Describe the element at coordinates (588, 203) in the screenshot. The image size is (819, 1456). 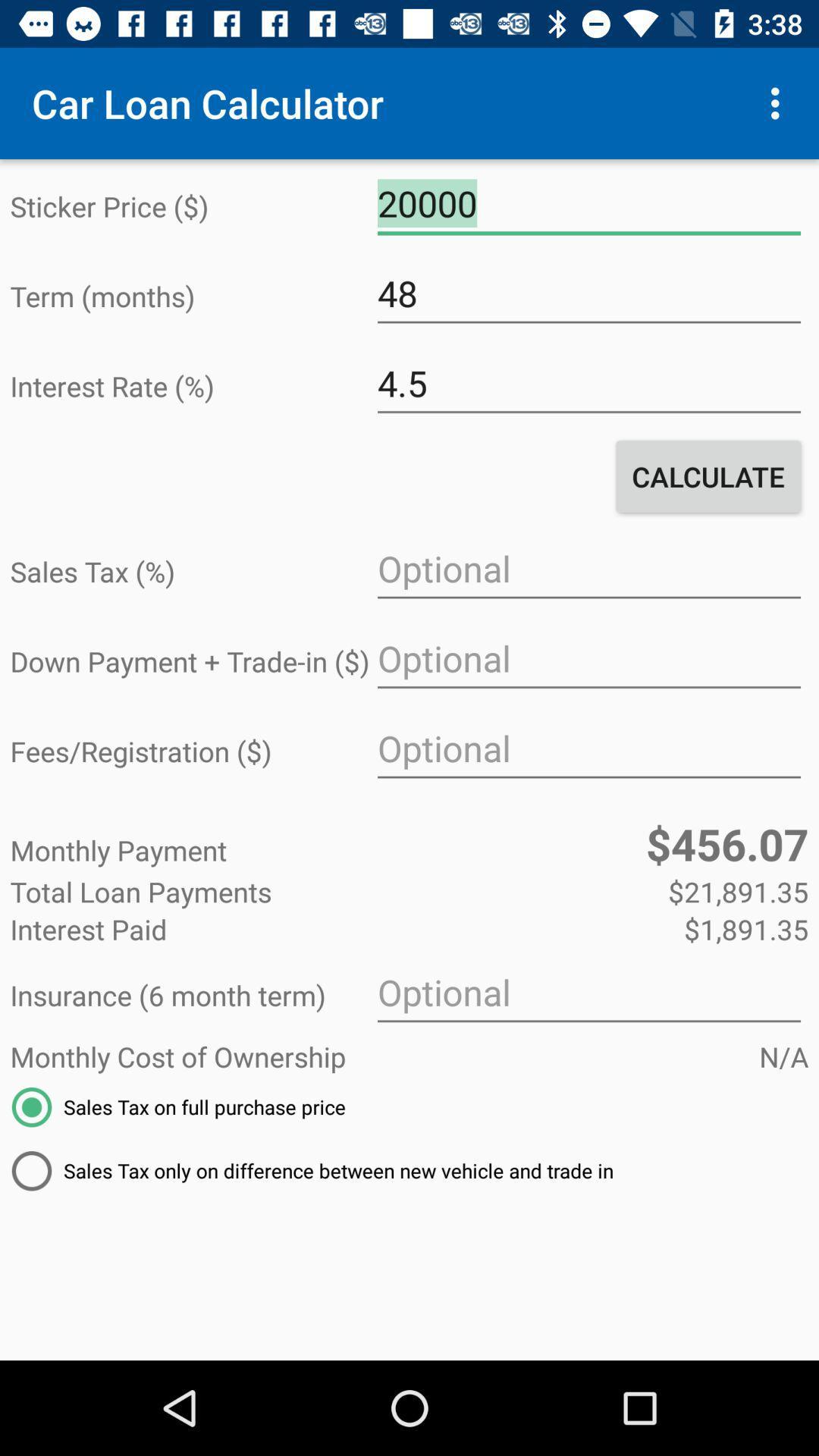
I see `the icon next to sticker price ($) icon` at that location.